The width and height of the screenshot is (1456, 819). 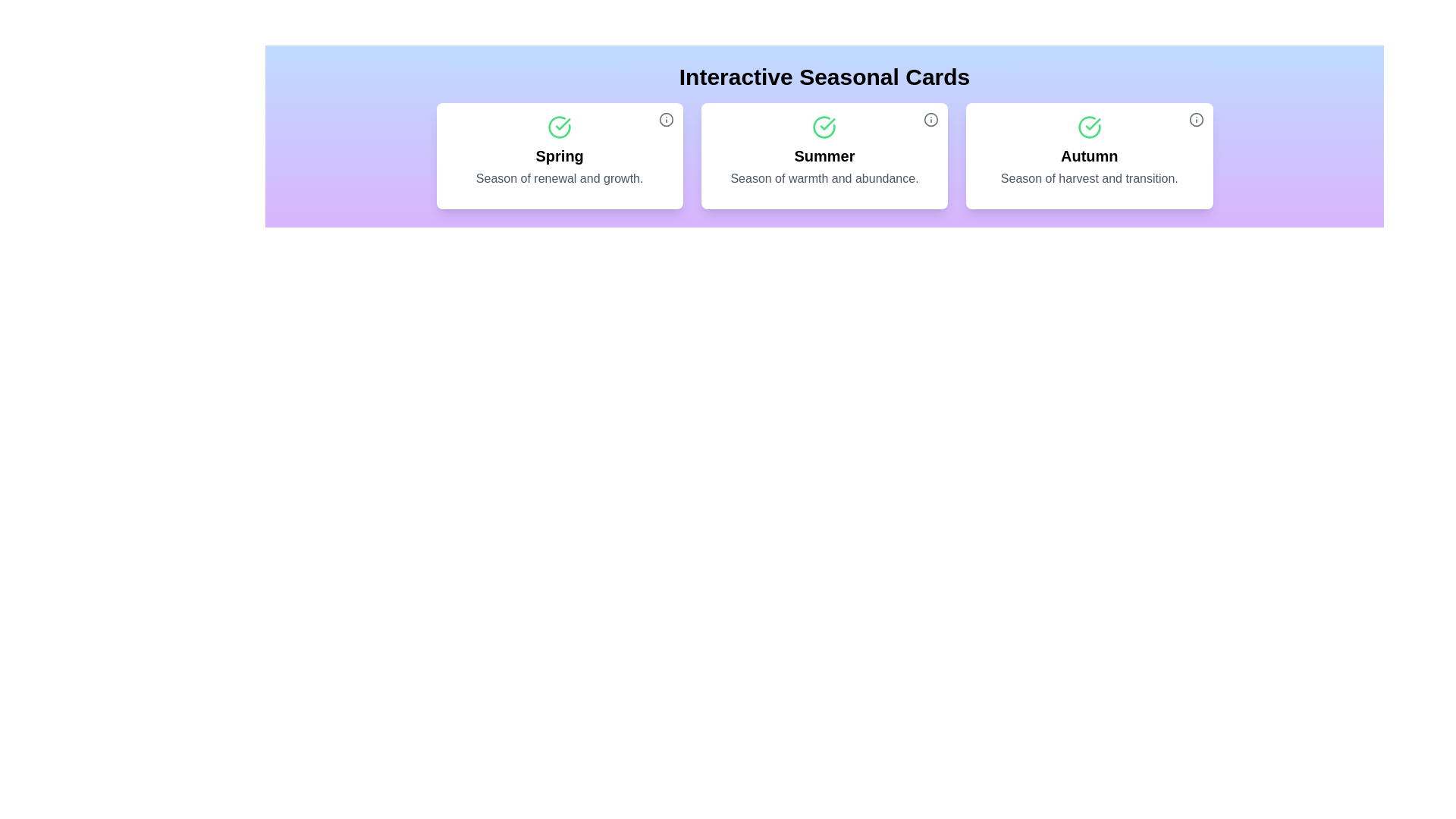 What do you see at coordinates (824, 155) in the screenshot?
I see `the text label reading 'Summer' which is styled with a large, bold font, located in the center card of a three-card layout` at bounding box center [824, 155].